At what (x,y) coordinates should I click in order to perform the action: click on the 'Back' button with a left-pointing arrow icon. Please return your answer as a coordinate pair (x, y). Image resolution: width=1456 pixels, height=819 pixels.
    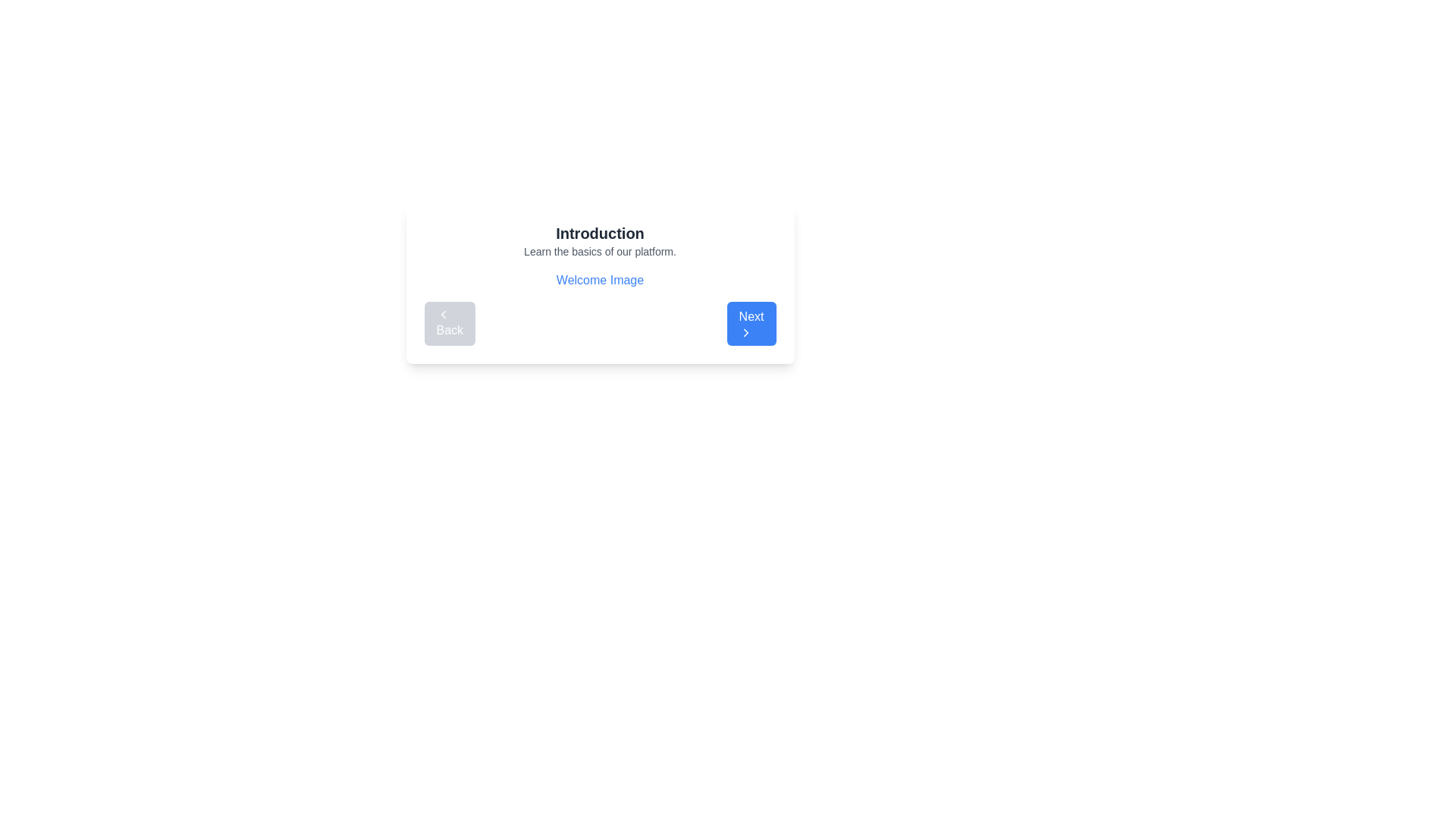
    Looking at the image, I should click on (449, 323).